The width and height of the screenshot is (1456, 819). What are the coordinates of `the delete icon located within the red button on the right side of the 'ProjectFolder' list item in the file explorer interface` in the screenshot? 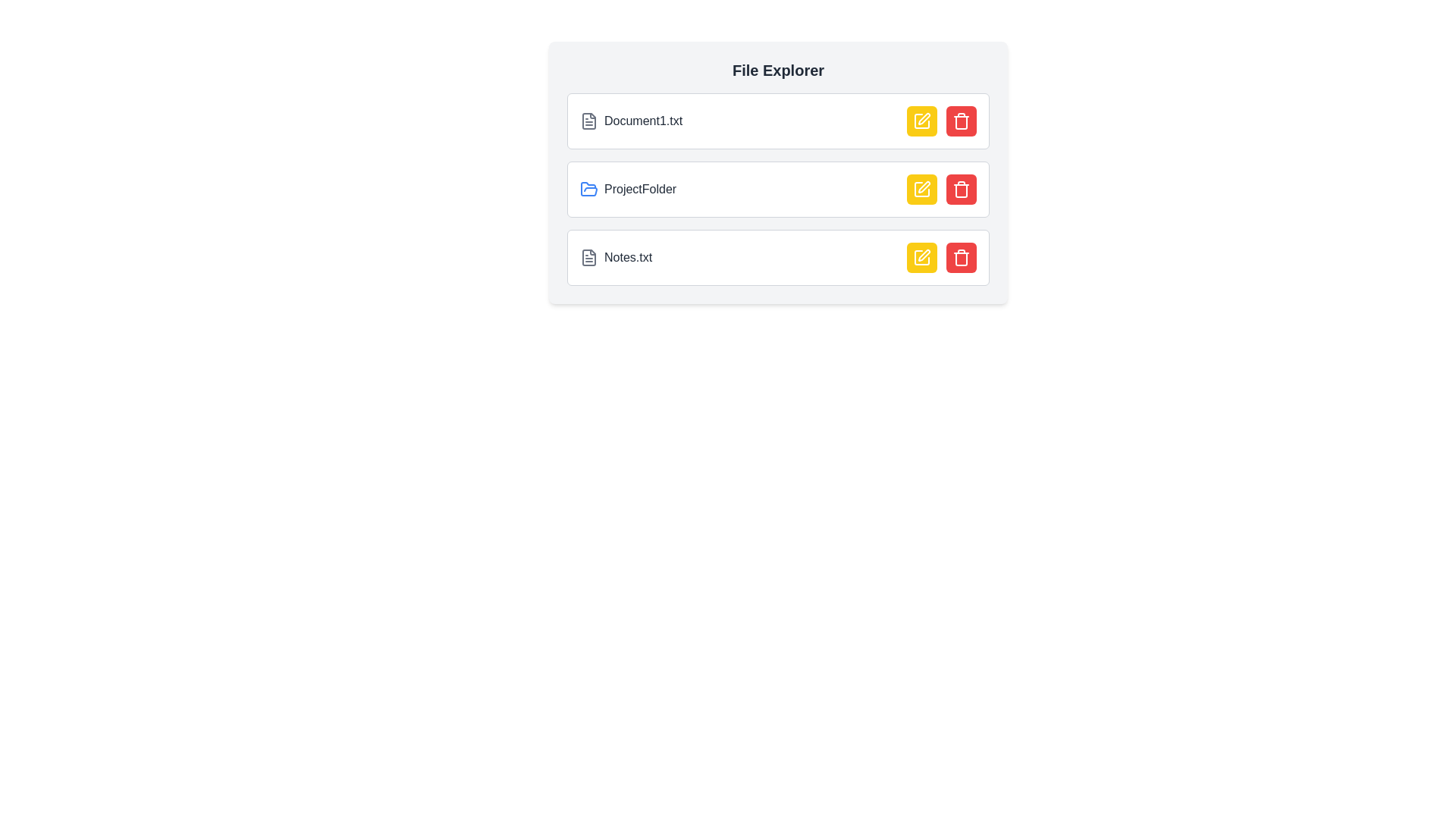 It's located at (960, 189).